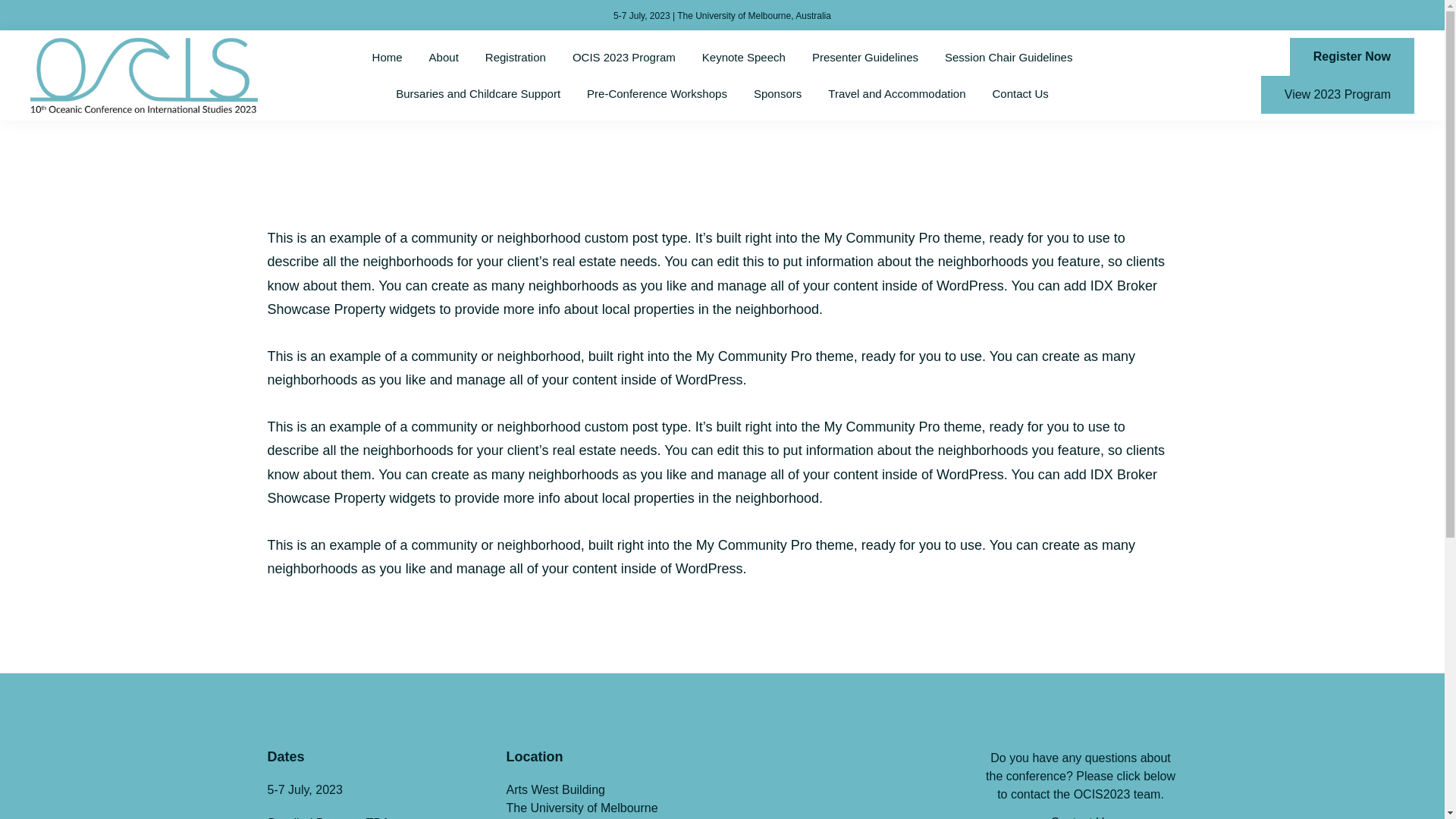  What do you see at coordinates (0, 0) in the screenshot?
I see `'Skip to primary navigation'` at bounding box center [0, 0].